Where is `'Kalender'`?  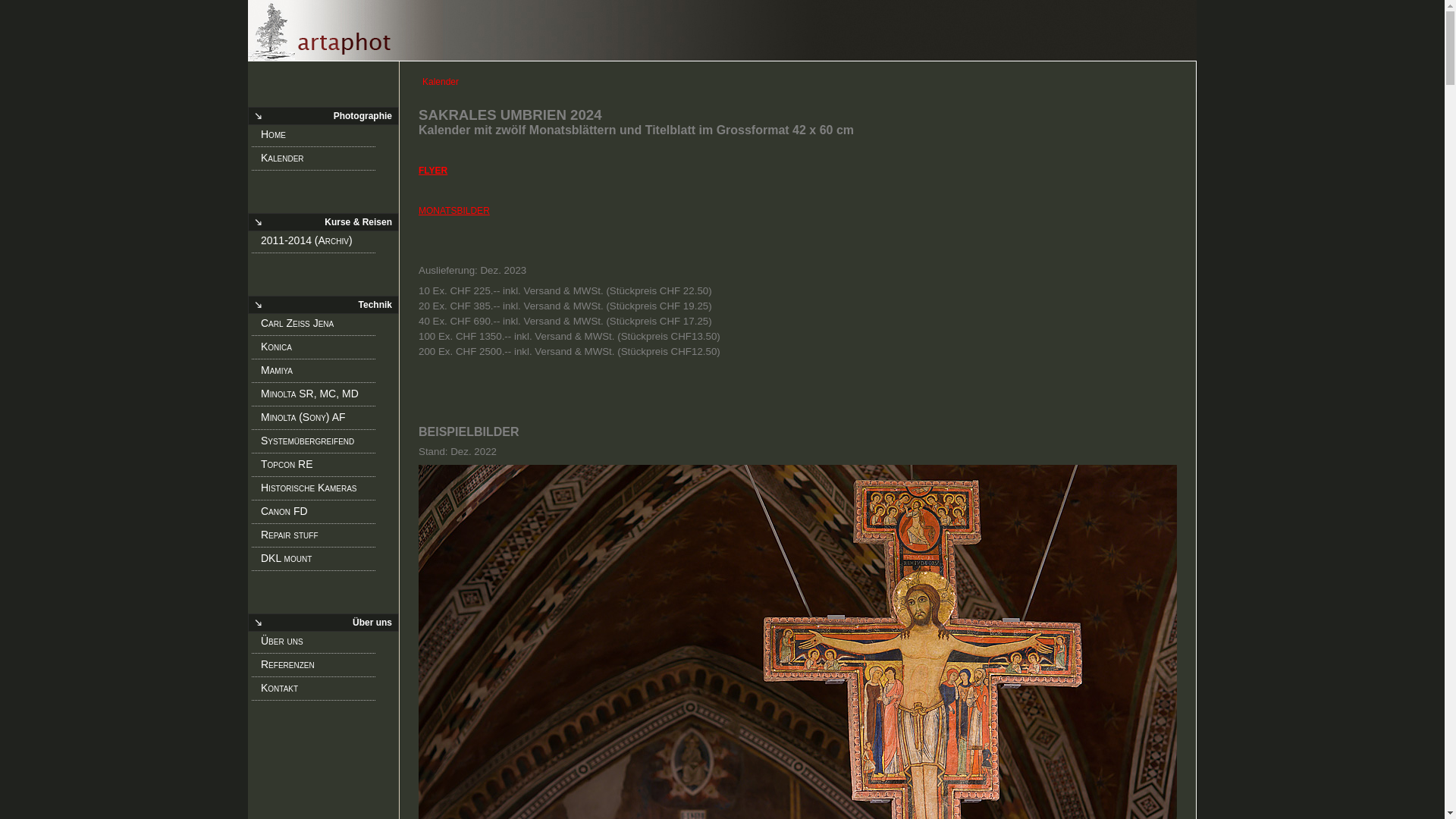 'Kalender' is located at coordinates (318, 161).